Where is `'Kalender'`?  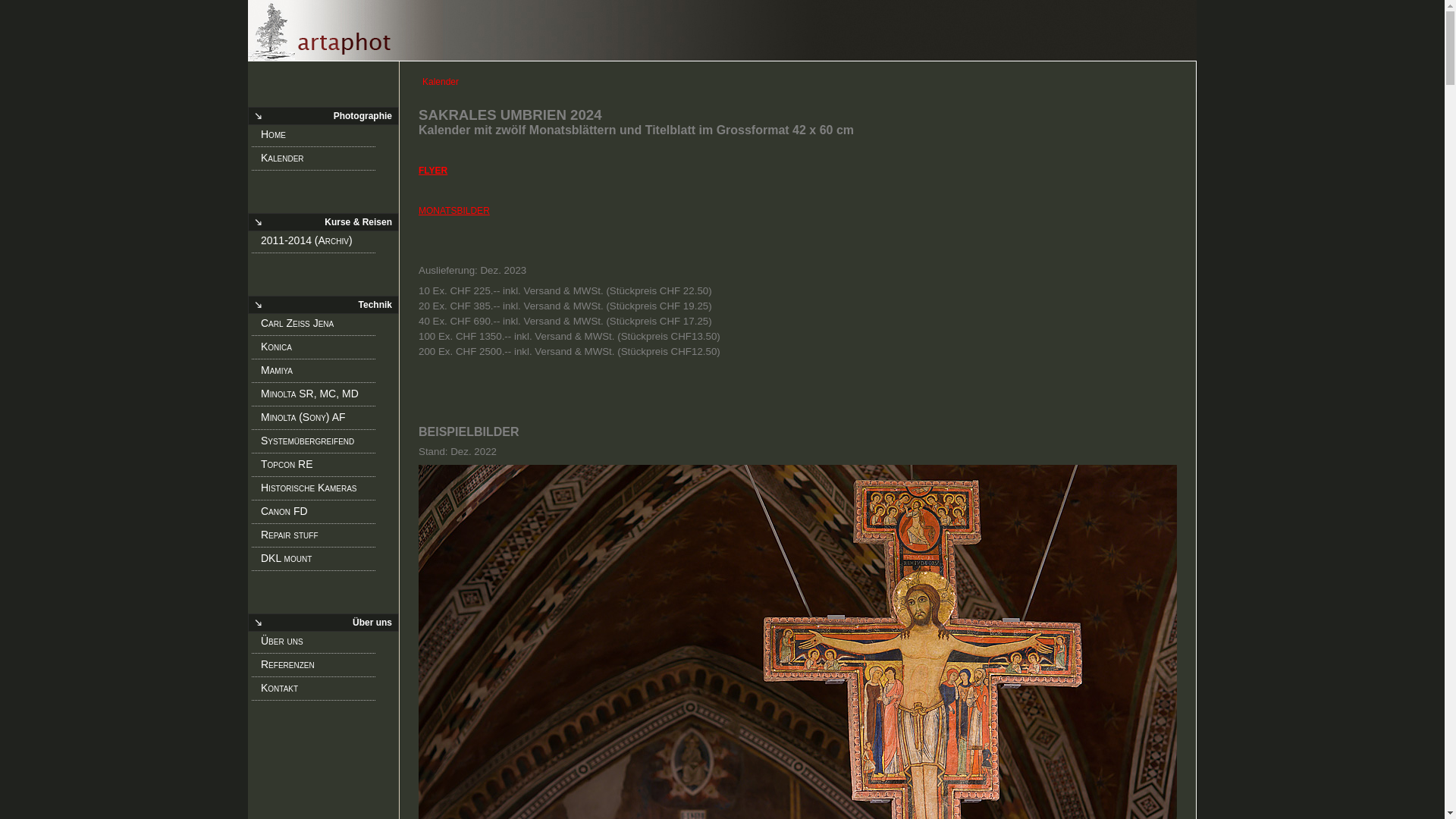 'Kalender' is located at coordinates (318, 161).